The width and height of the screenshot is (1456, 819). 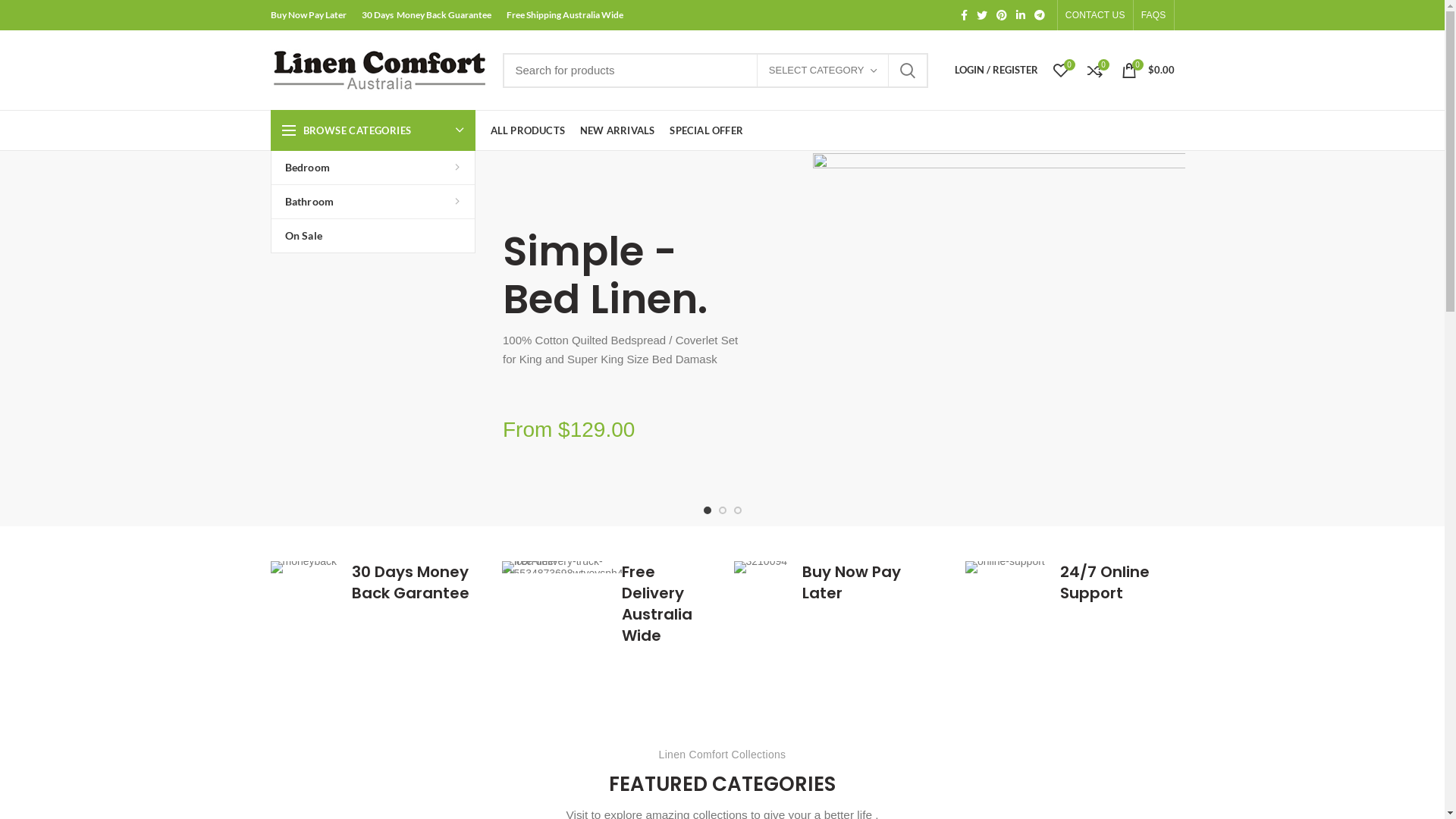 I want to click on 'linkedin', so click(x=1020, y=14).